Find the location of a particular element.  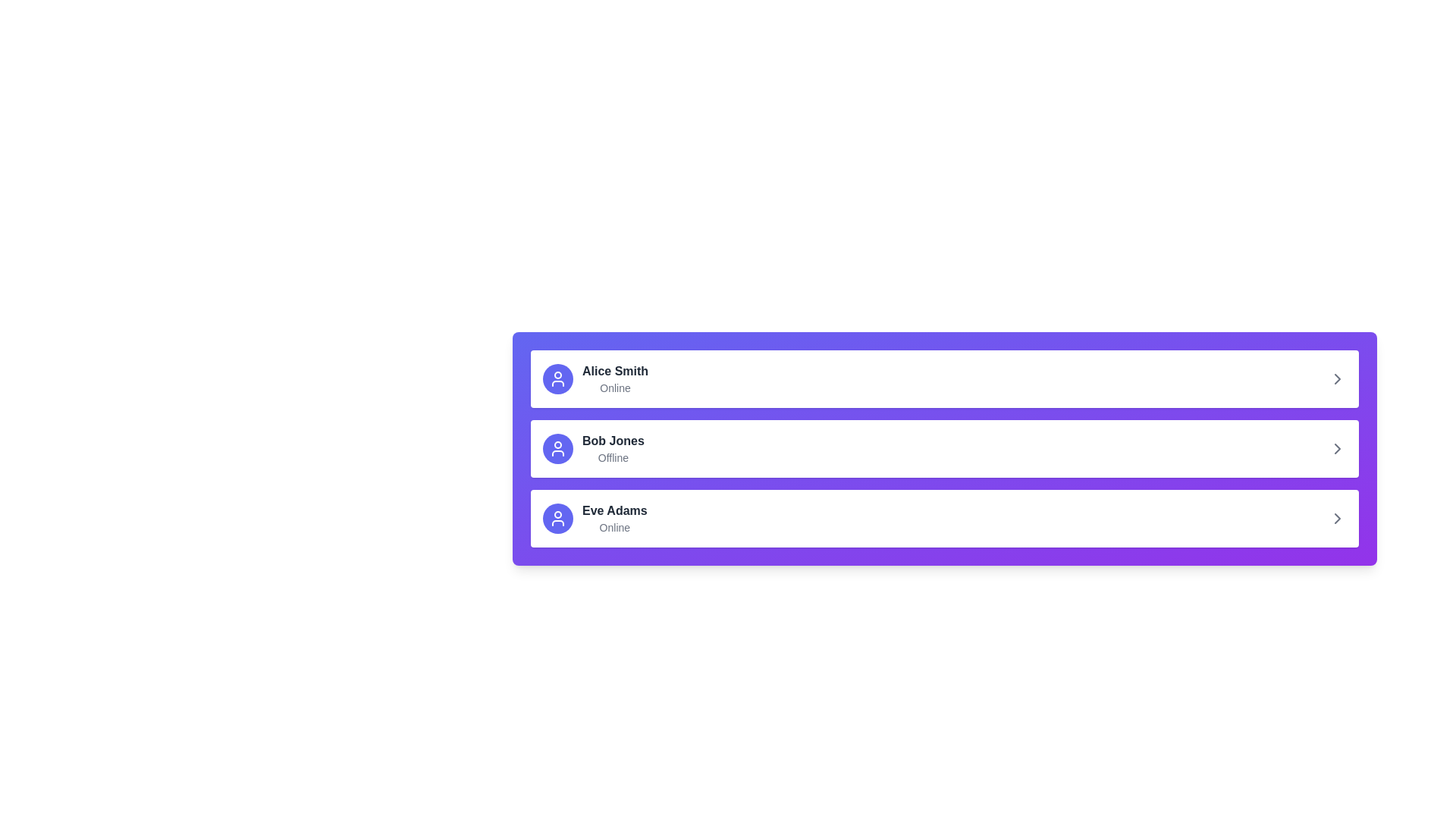

the right-pointing chevron arrow icon in the first item of the list containing 'Alice Smith' is located at coordinates (1337, 378).